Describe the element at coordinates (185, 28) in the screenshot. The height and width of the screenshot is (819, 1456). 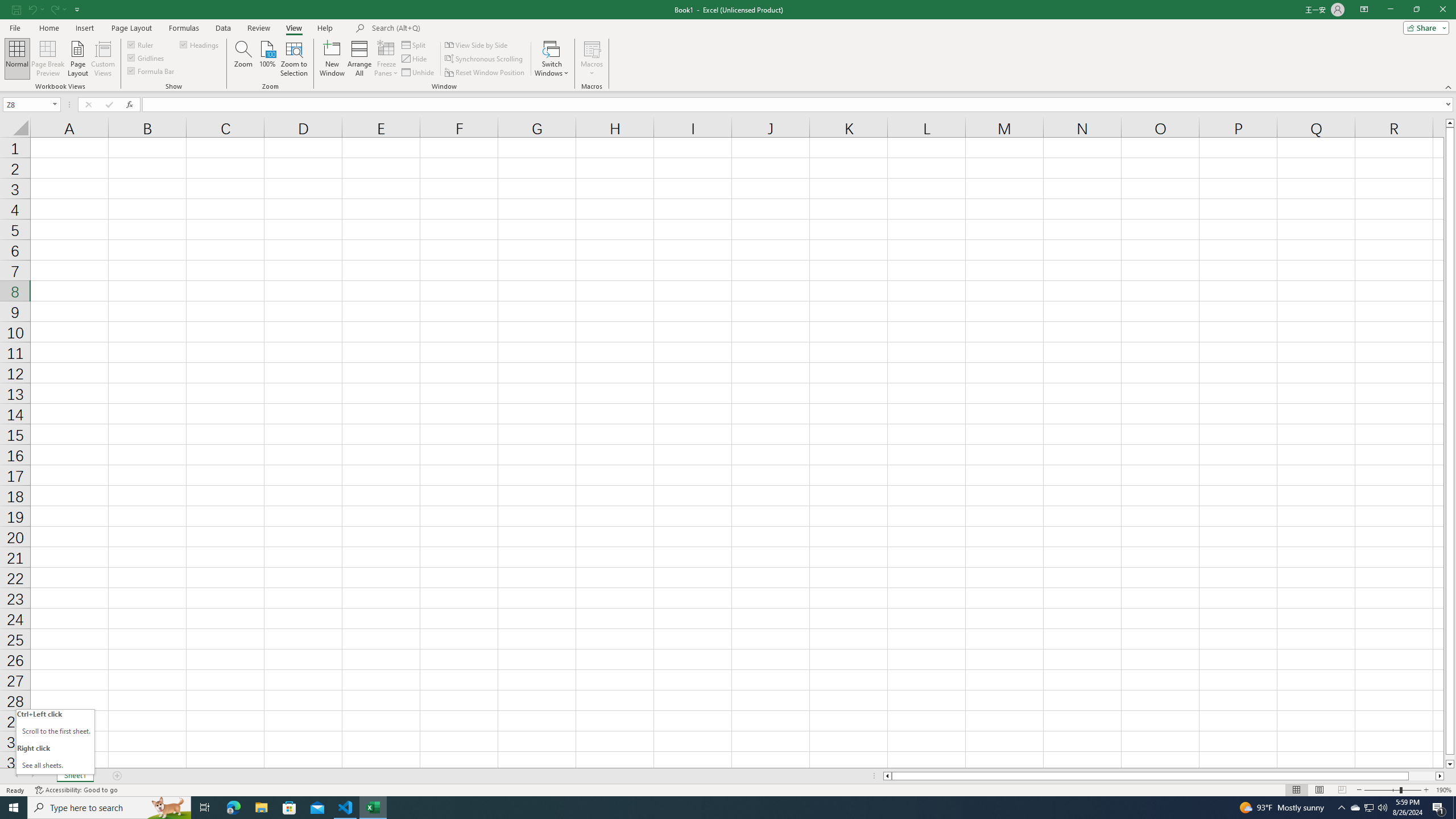
I see `'Formulas'` at that location.